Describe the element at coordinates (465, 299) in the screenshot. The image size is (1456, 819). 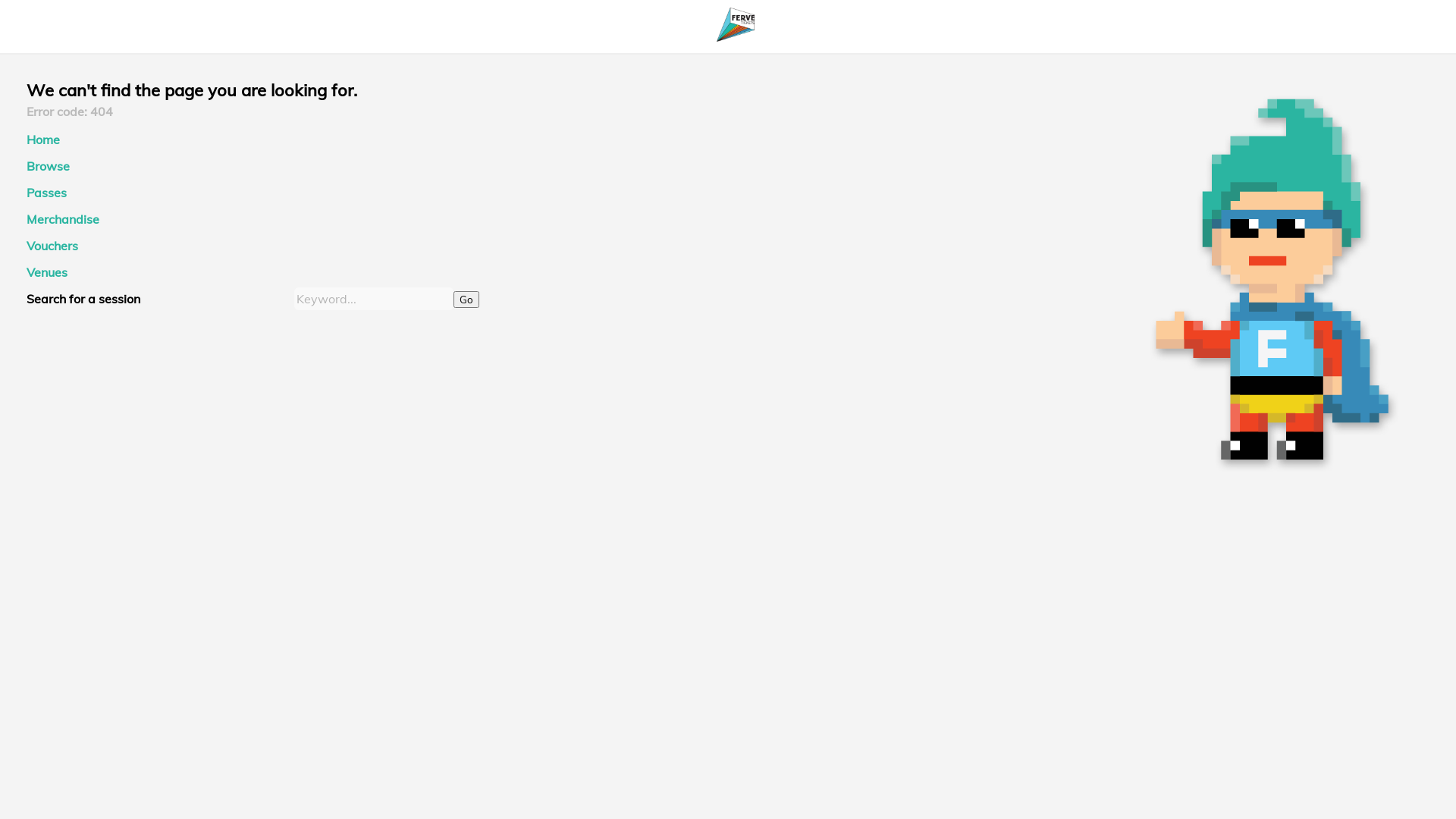
I see `'Go'` at that location.